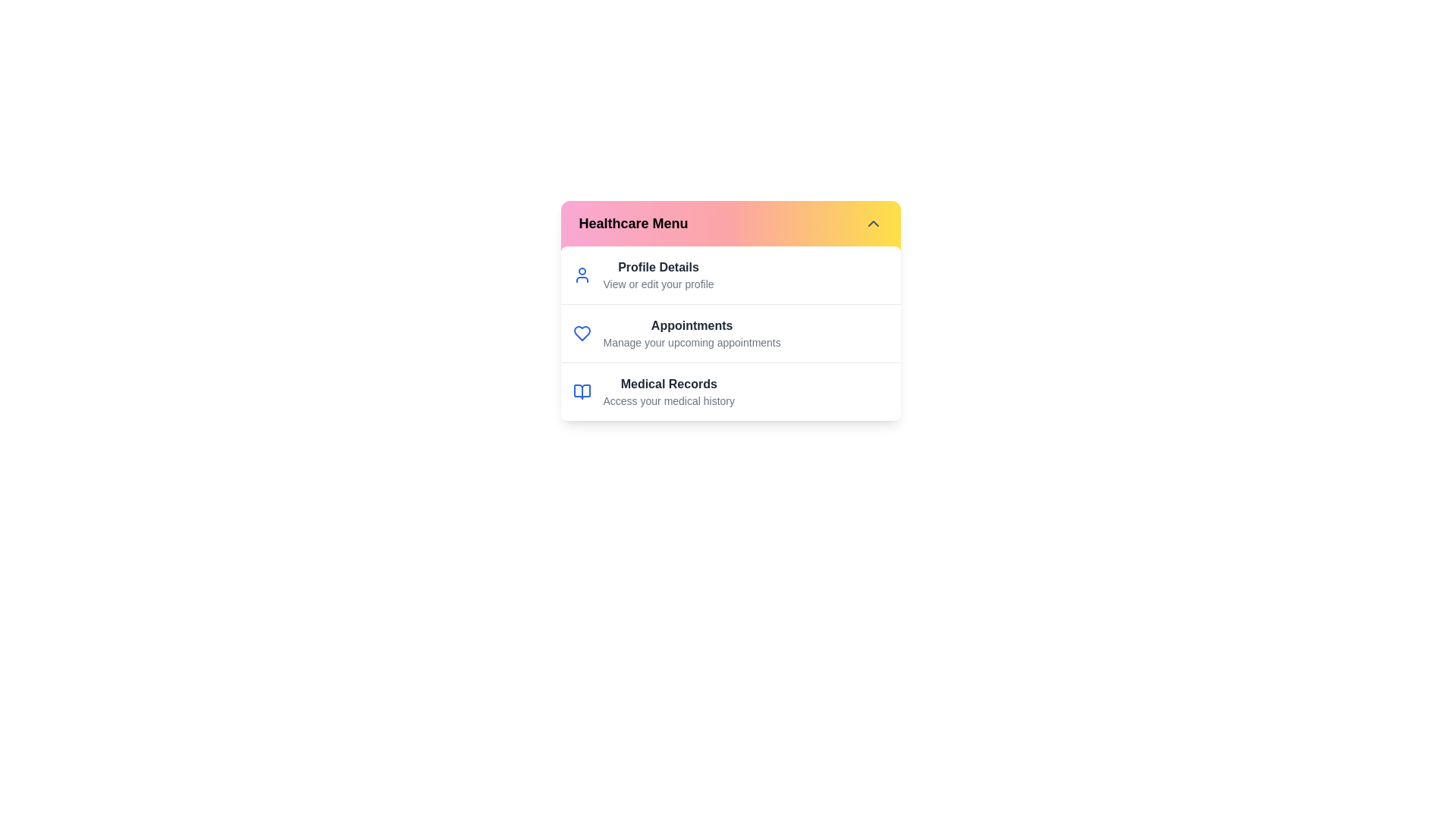 The image size is (1456, 819). What do you see at coordinates (873, 223) in the screenshot?
I see `collapse button to collapse the menu` at bounding box center [873, 223].